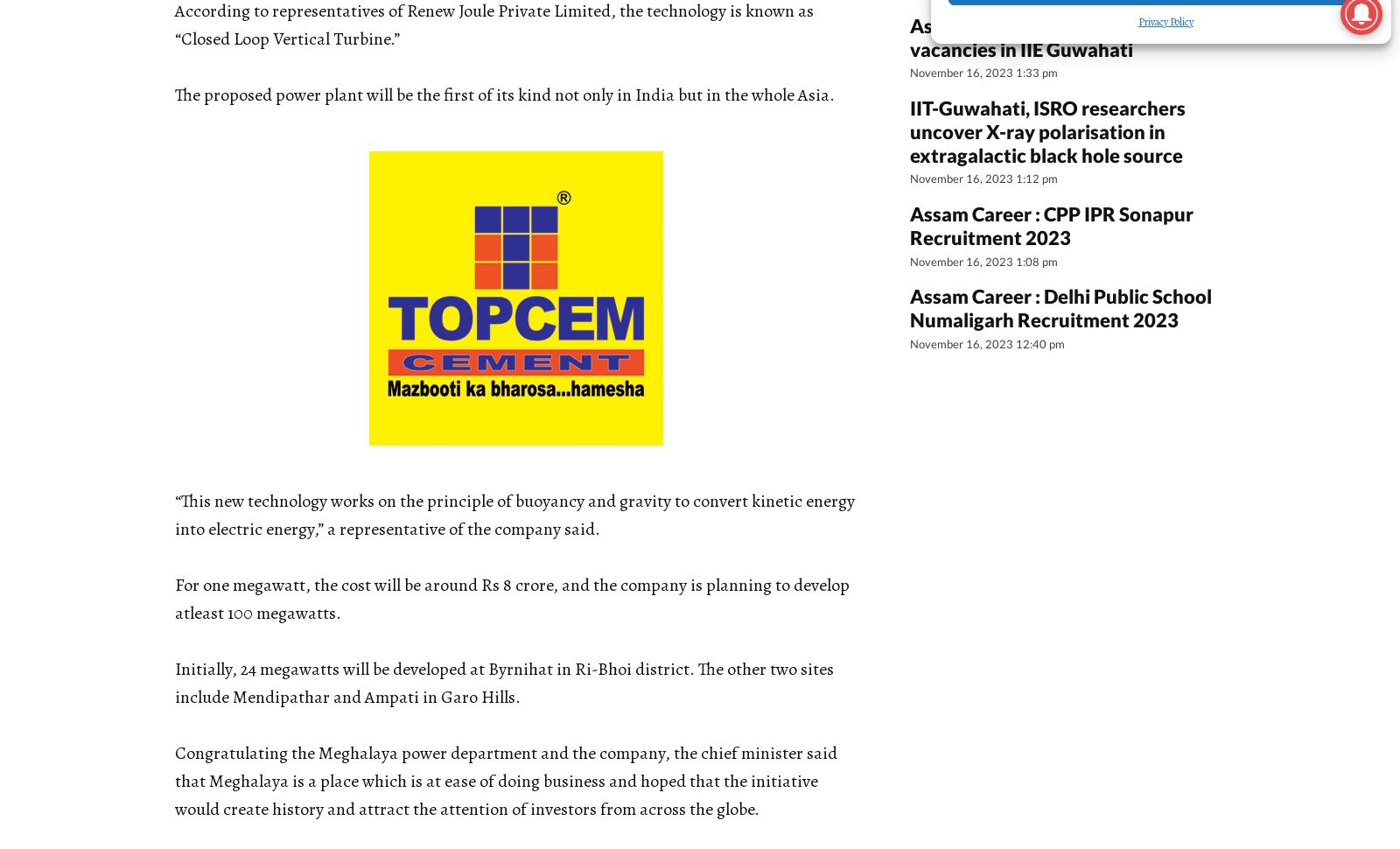  What do you see at coordinates (505, 780) in the screenshot?
I see `'Congratulating the Meghalaya power department and the company, the chief minister said that Meghalaya is a place which is at ease of doing business and hoped that the initiative would create history and attract the attention of investors from across the globe.'` at bounding box center [505, 780].